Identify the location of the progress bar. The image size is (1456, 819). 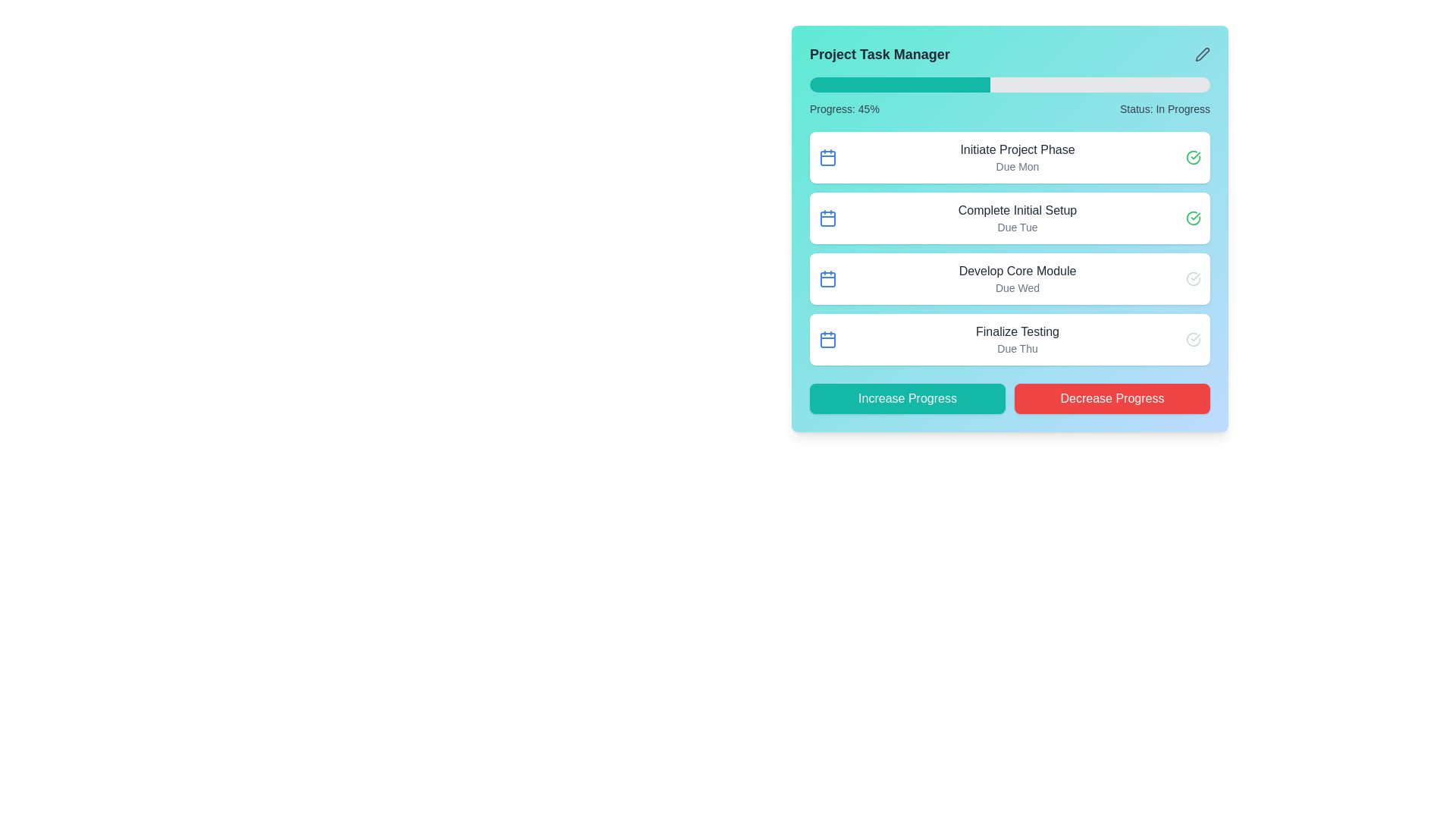
(954, 84).